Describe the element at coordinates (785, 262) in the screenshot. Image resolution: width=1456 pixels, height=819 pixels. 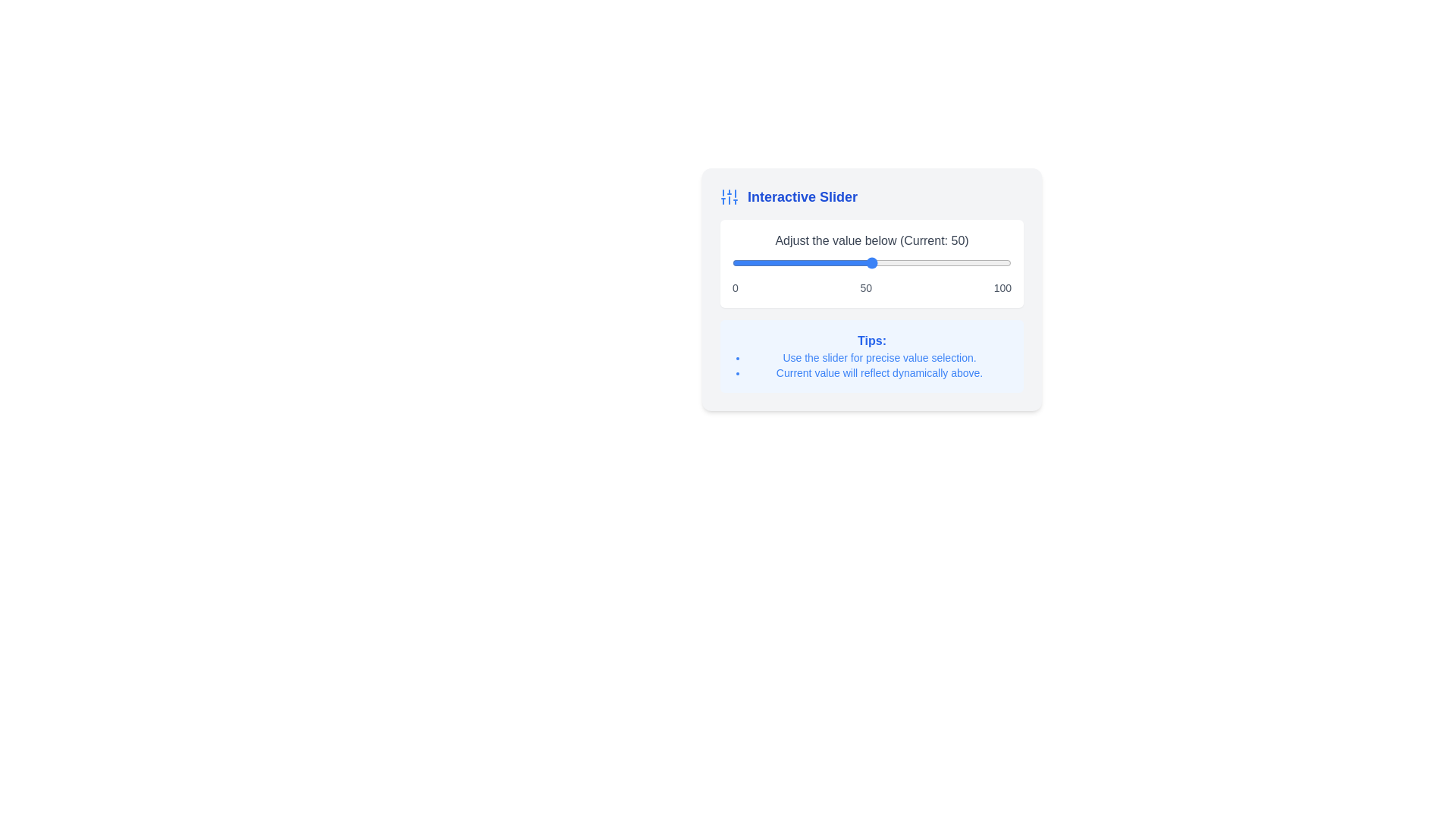
I see `the slider value` at that location.